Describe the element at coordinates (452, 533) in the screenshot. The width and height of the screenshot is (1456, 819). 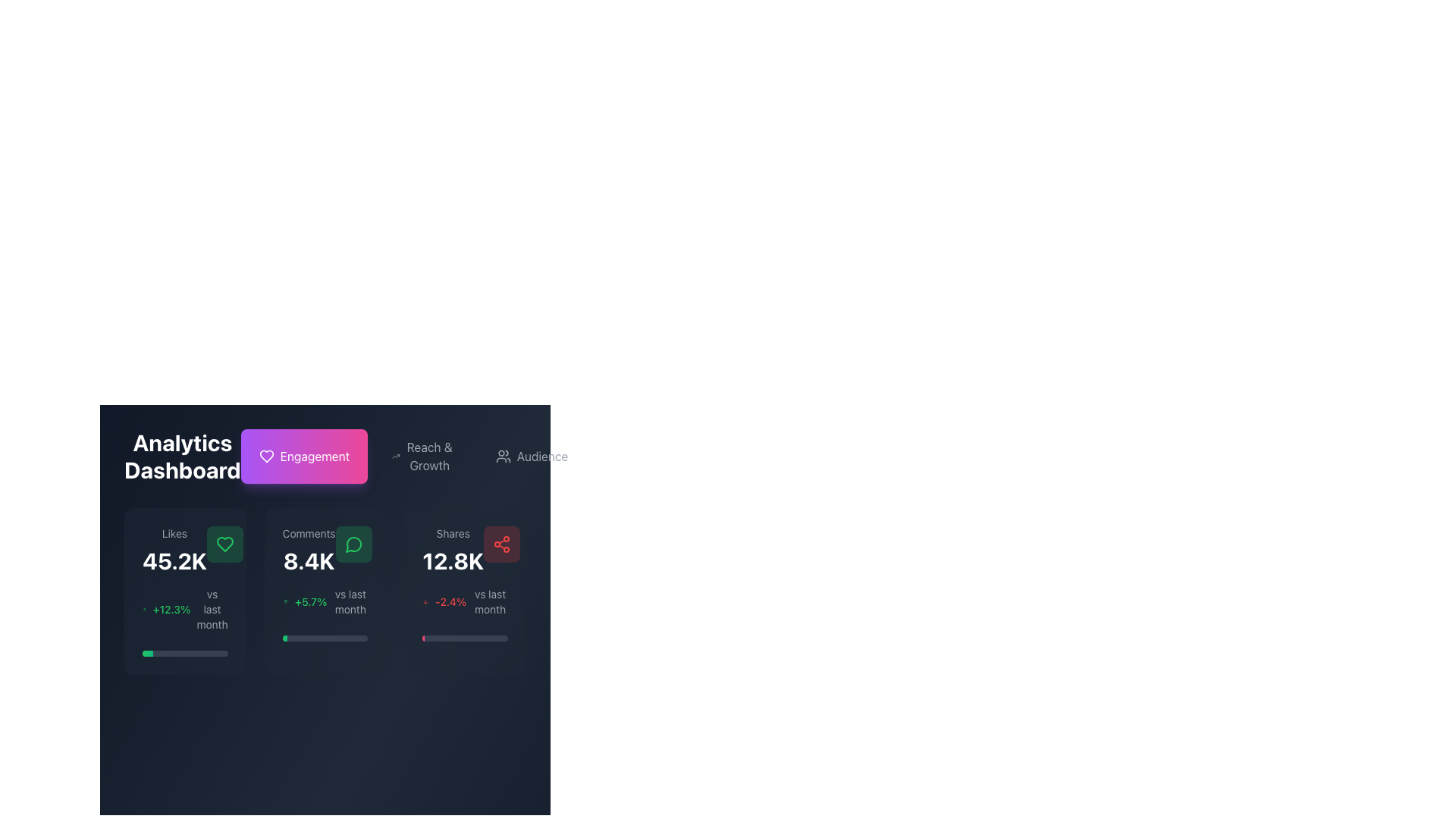
I see `the 'Shares' label, which is a smaller gray text positioned above the bold number '12.8K' in the third analytics card from the left` at that location.